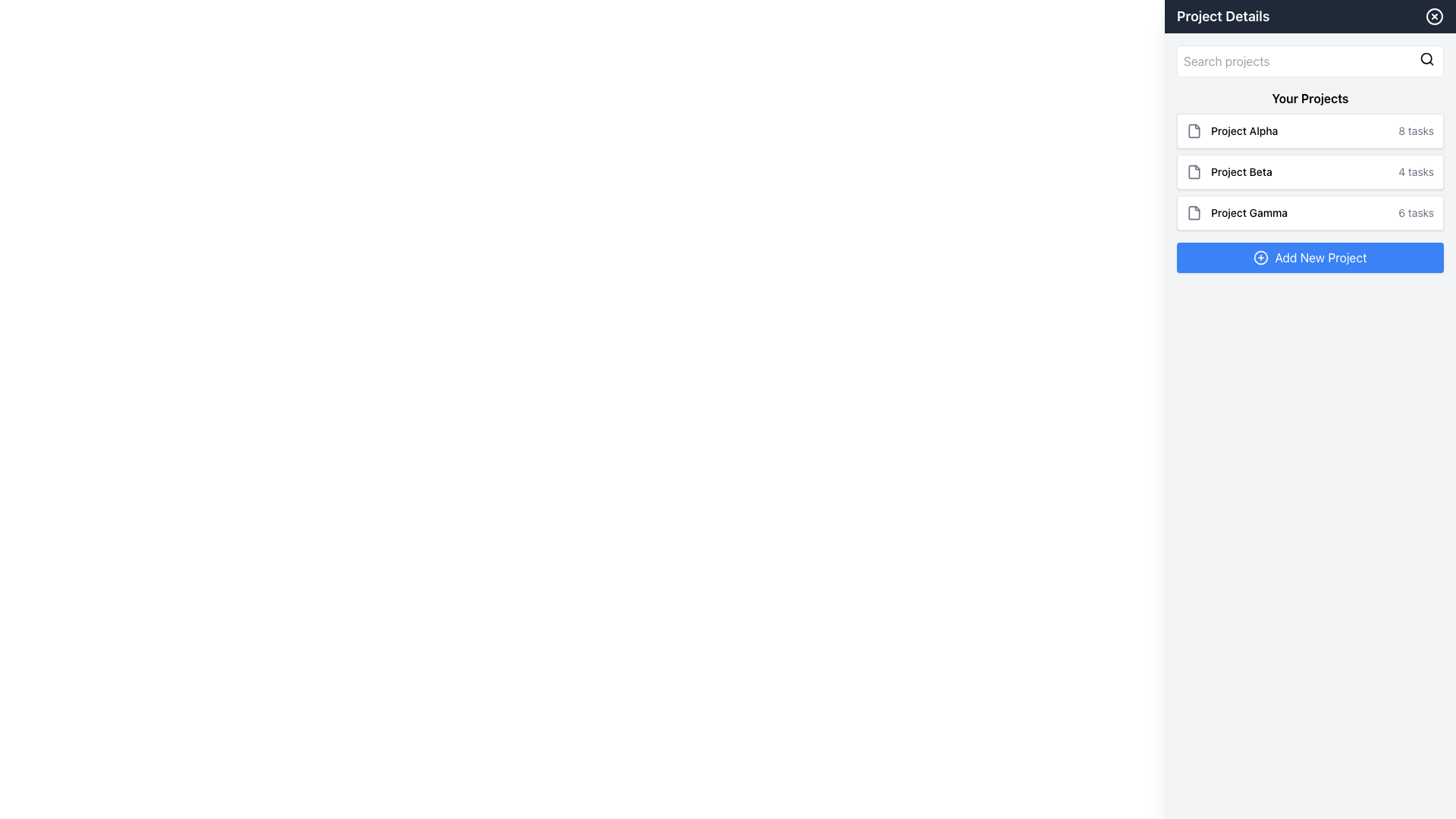 This screenshot has height=819, width=1456. Describe the element at coordinates (1193, 171) in the screenshot. I see `the project icon representing 'Project Beta', which is located adjacent to the text in the second position of the 'Your Projects' list in the 'Project Details' panel` at that location.